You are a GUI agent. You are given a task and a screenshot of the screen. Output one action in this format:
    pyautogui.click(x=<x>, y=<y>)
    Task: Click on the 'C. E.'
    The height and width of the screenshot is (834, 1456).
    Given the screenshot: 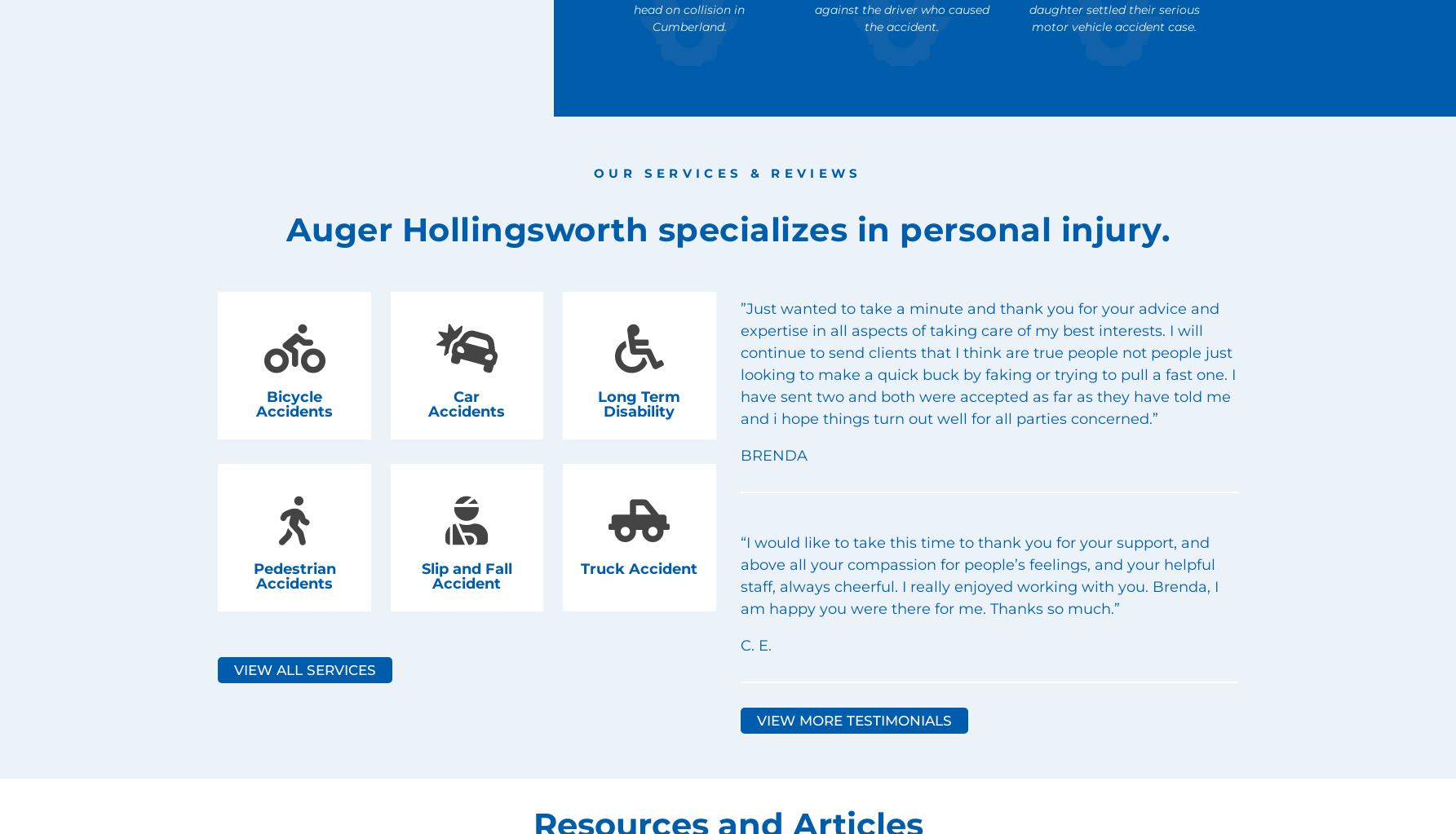 What is the action you would take?
    pyautogui.click(x=755, y=646)
    